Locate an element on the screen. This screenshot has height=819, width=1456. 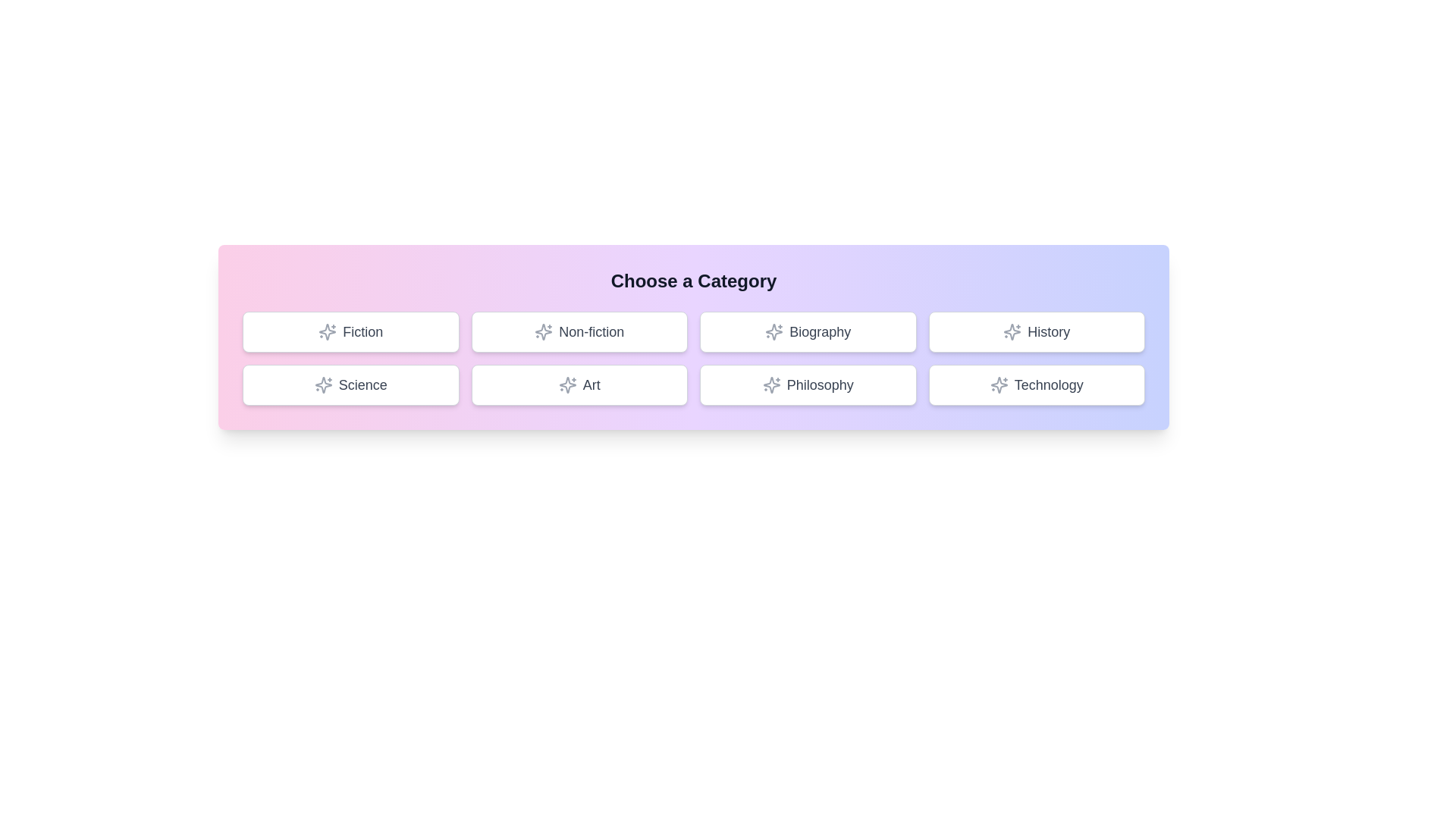
the button labeled Art to select it is located at coordinates (579, 384).